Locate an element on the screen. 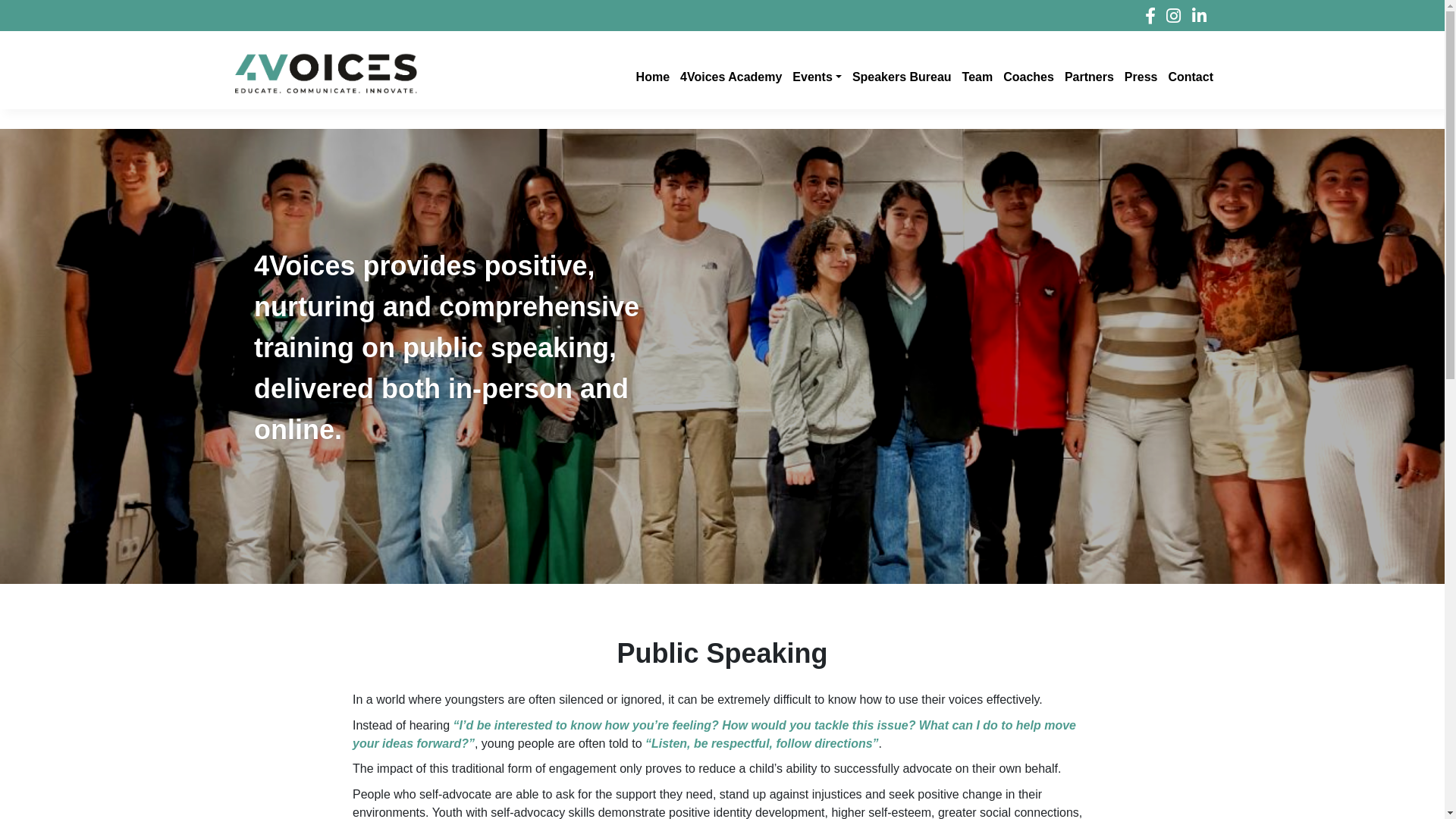 The image size is (1456, 819). '4Voices Academy' is located at coordinates (729, 74).